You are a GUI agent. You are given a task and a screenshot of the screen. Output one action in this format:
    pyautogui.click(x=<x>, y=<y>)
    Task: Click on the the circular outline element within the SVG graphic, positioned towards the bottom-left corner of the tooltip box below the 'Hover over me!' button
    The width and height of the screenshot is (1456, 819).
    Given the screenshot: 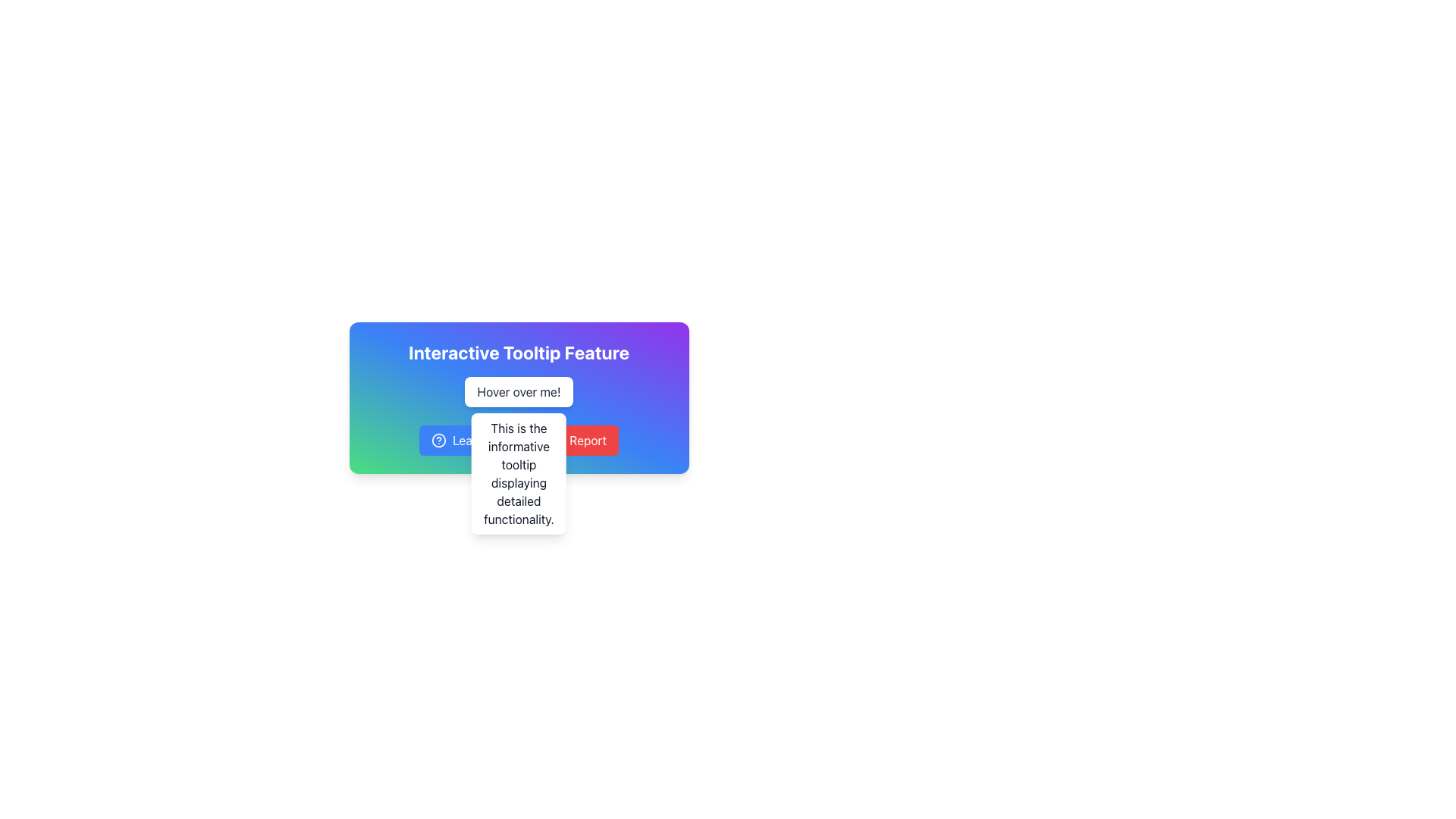 What is the action you would take?
    pyautogui.click(x=555, y=441)
    